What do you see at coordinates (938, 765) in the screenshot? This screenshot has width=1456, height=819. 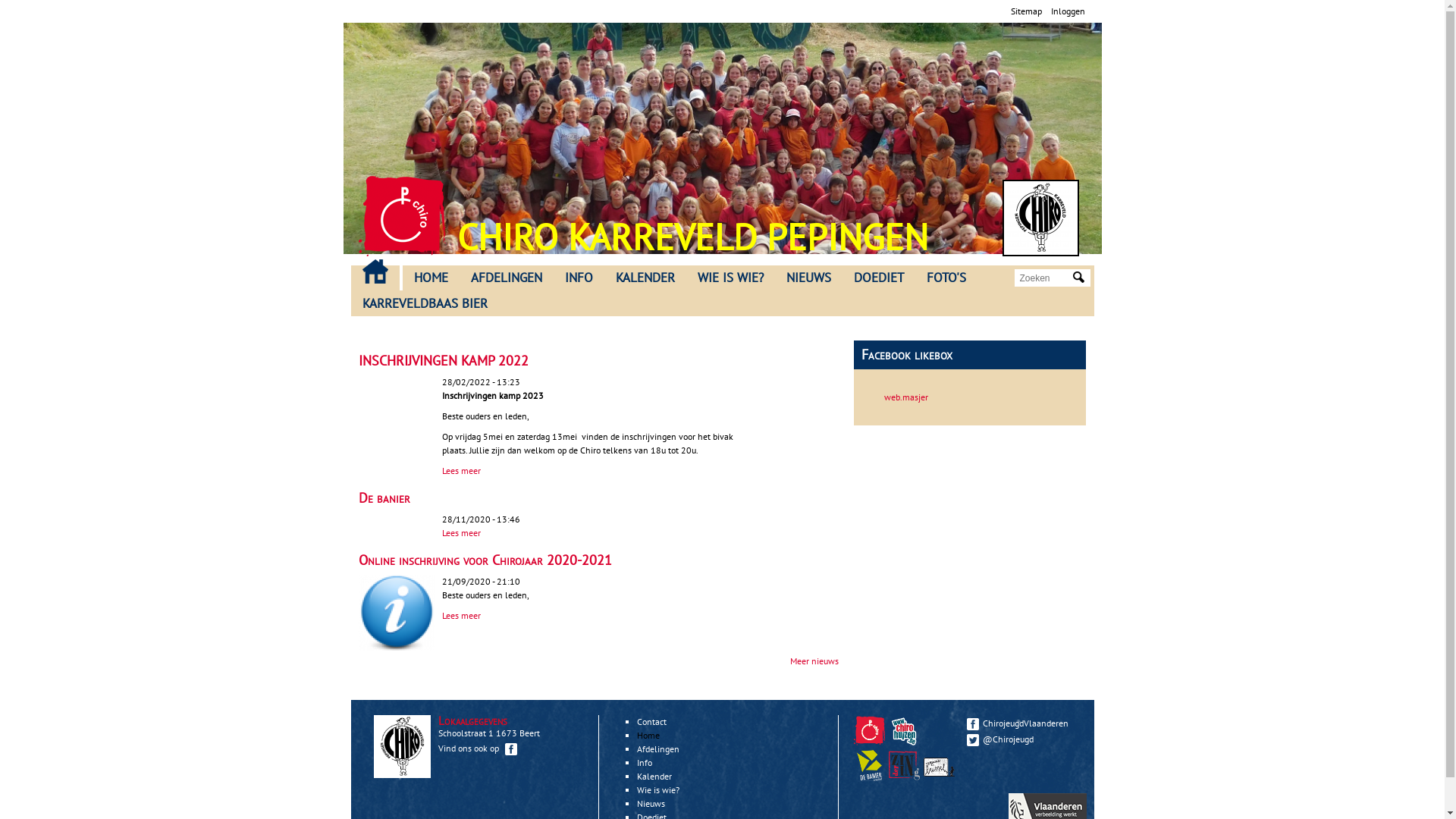 I see `'Verbond Brussel'` at bounding box center [938, 765].